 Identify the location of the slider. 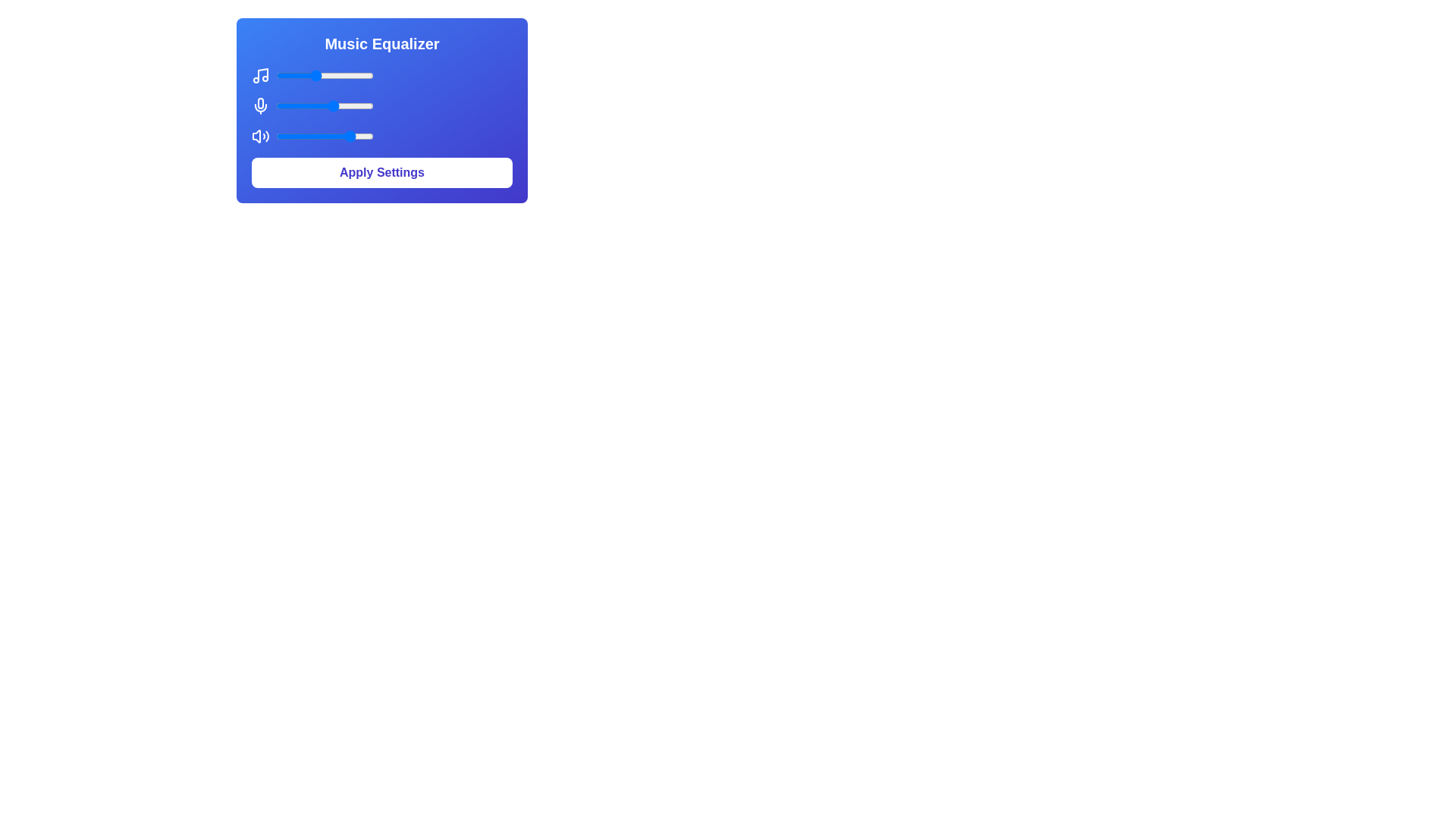
(292, 105).